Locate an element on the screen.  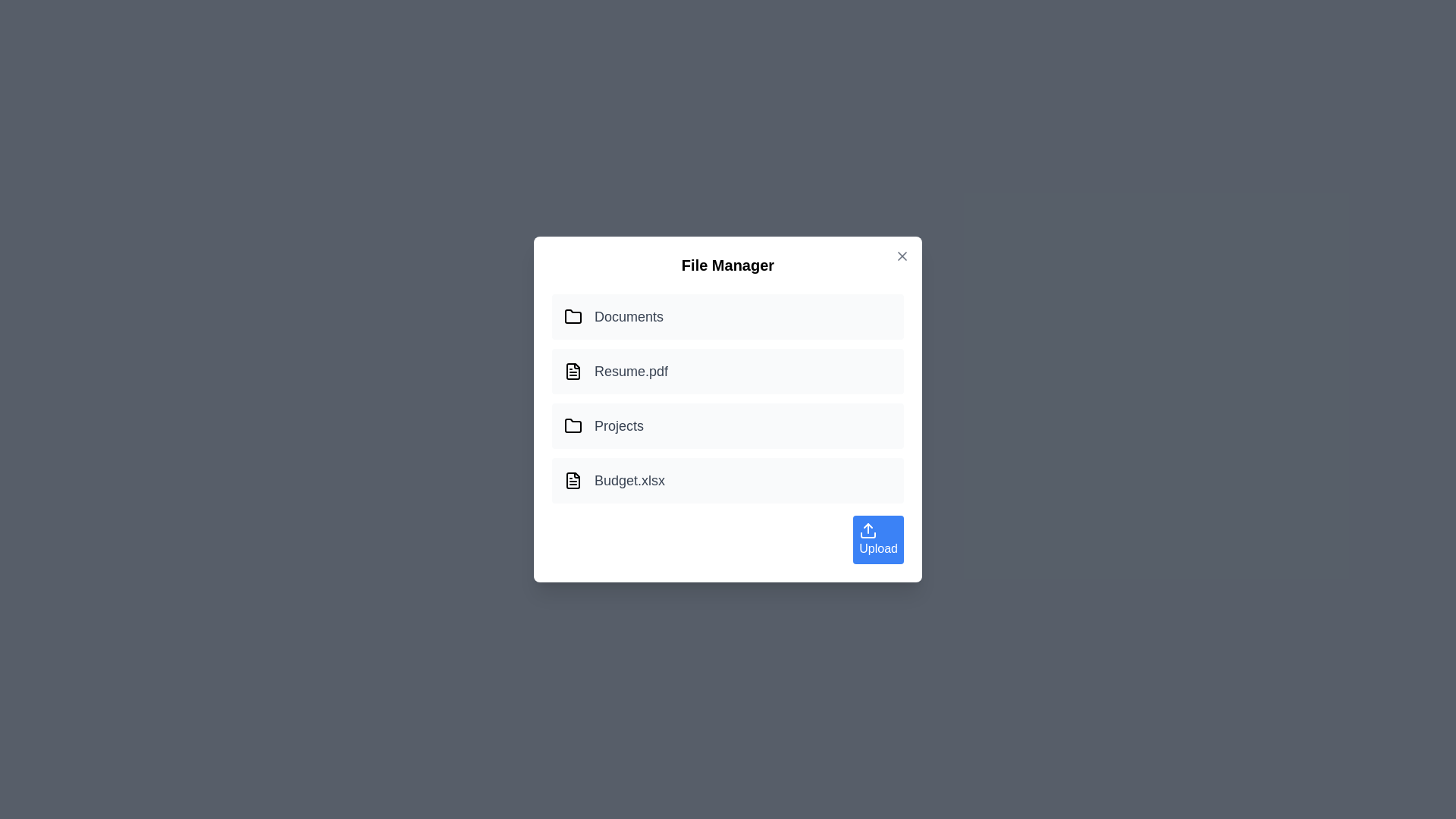
the item Documents from the list is located at coordinates (728, 315).